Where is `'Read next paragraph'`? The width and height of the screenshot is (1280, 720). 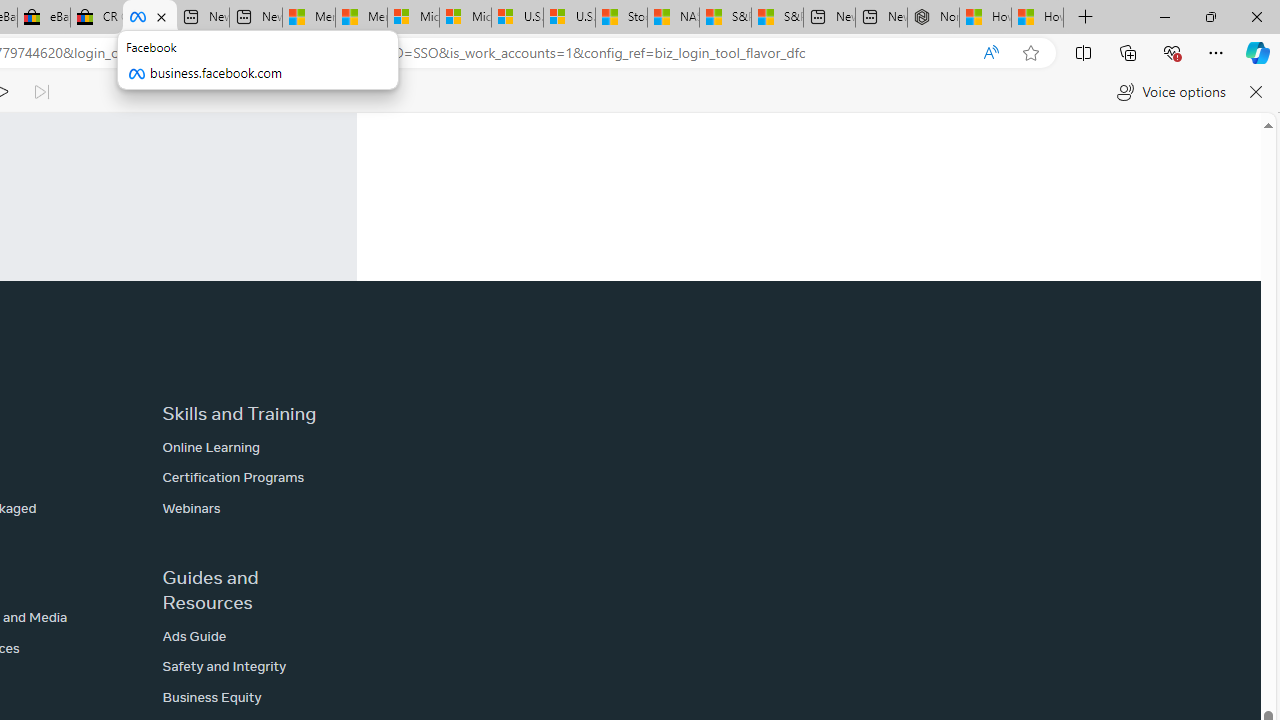
'Read next paragraph' is located at coordinates (40, 92).